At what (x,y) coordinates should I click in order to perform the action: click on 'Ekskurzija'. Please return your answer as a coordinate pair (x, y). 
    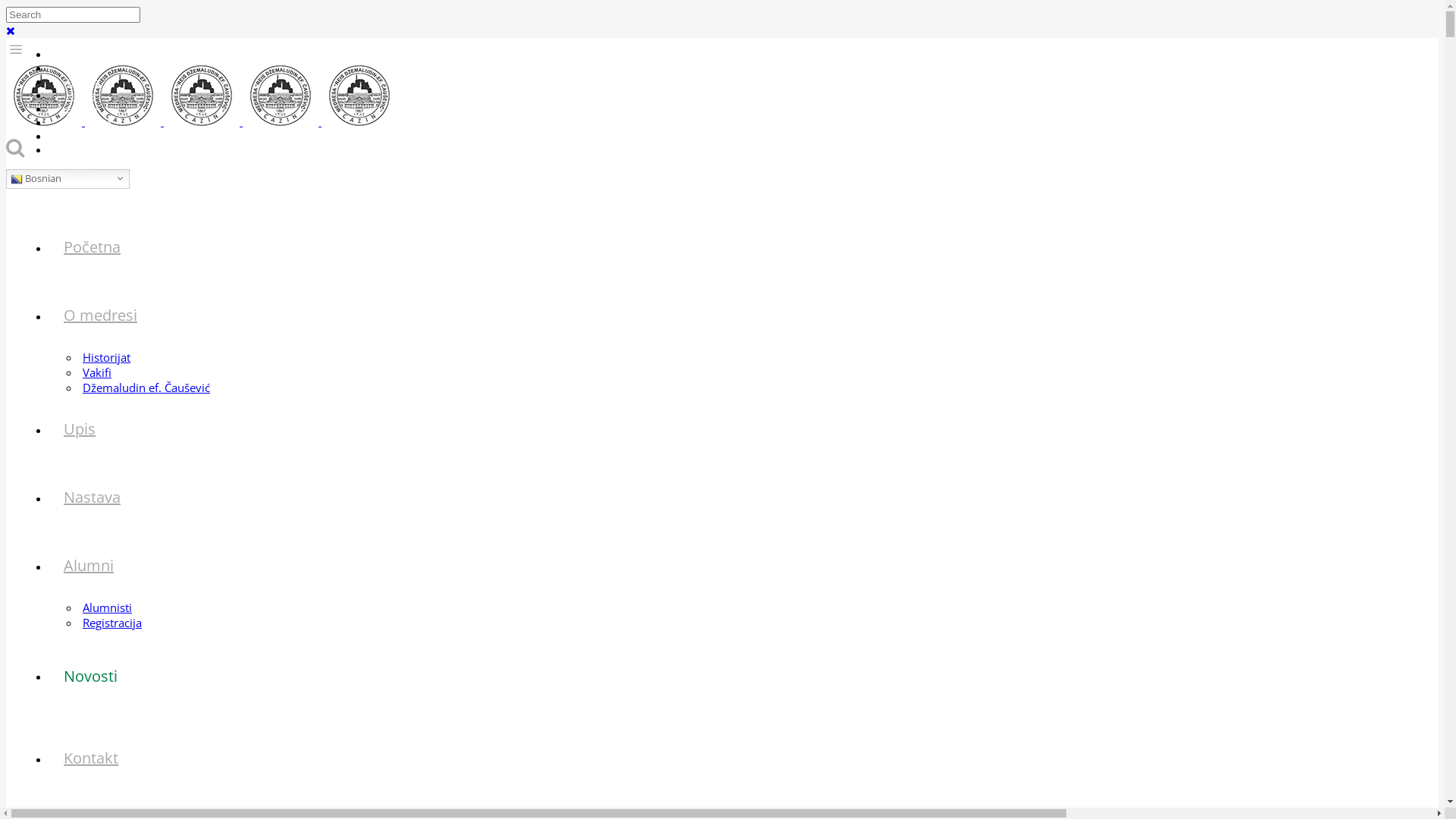
    Looking at the image, I should click on (80, 122).